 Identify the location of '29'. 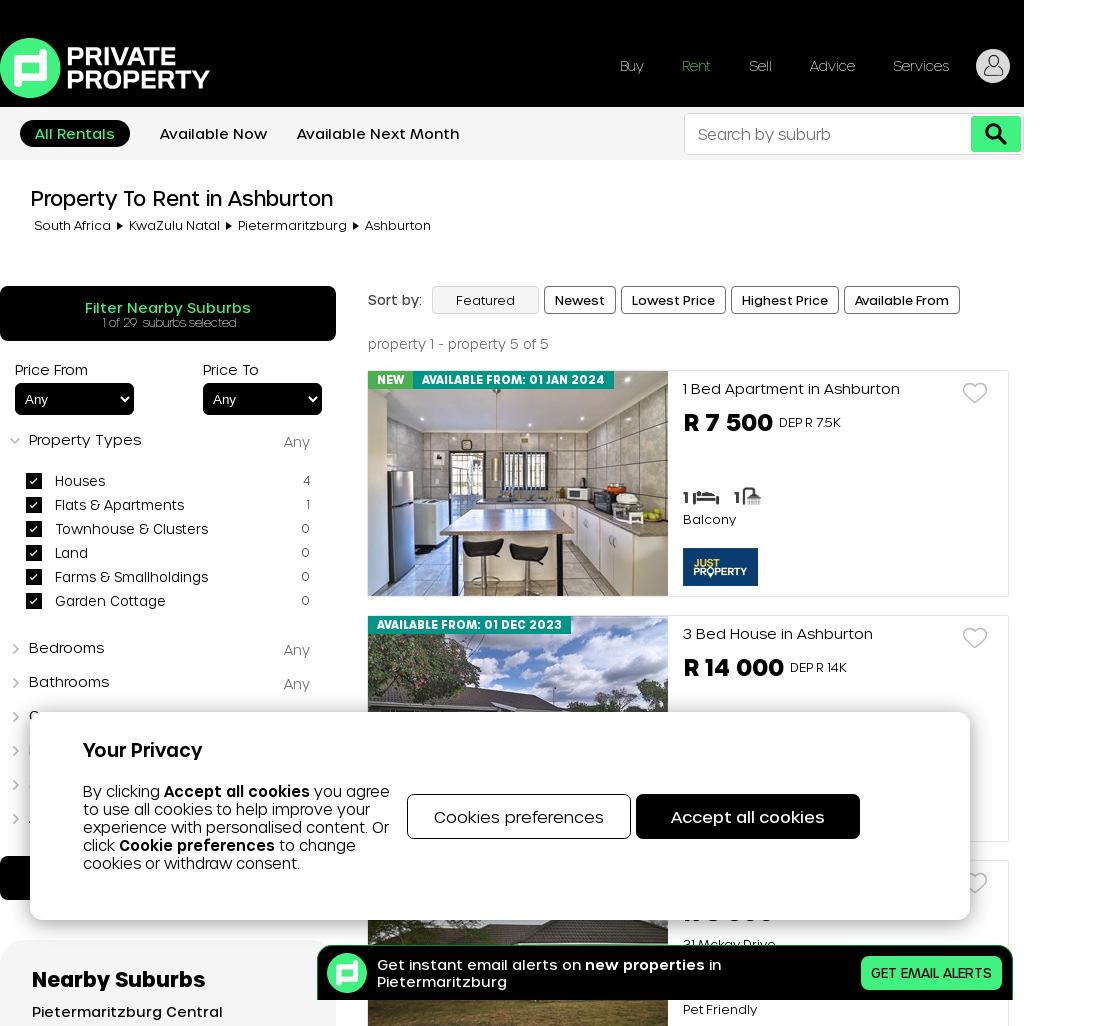
(129, 321).